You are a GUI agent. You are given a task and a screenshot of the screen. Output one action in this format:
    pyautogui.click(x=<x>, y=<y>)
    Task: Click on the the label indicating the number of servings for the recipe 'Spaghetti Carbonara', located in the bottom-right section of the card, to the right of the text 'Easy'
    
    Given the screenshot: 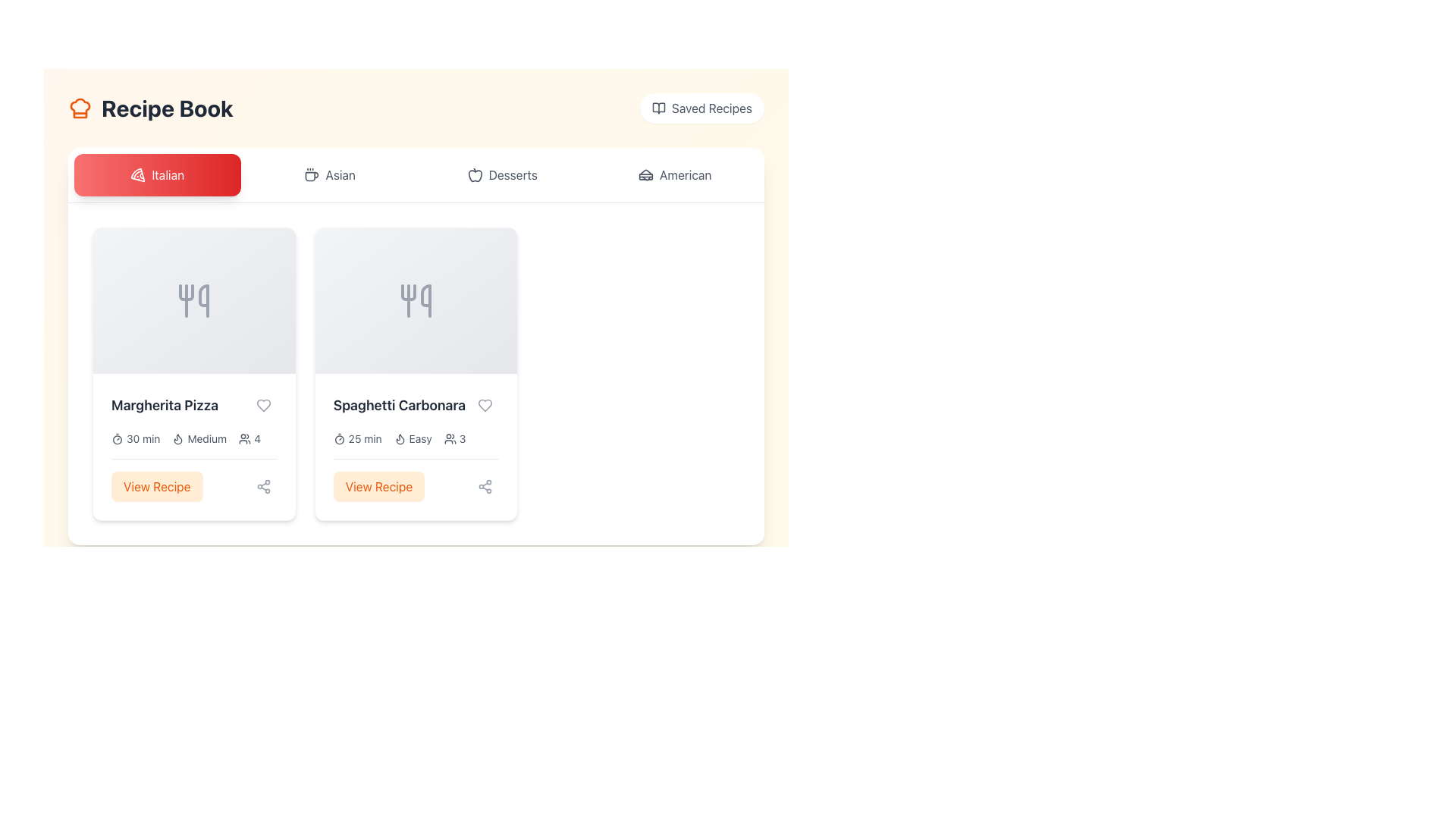 What is the action you would take?
    pyautogui.click(x=454, y=438)
    